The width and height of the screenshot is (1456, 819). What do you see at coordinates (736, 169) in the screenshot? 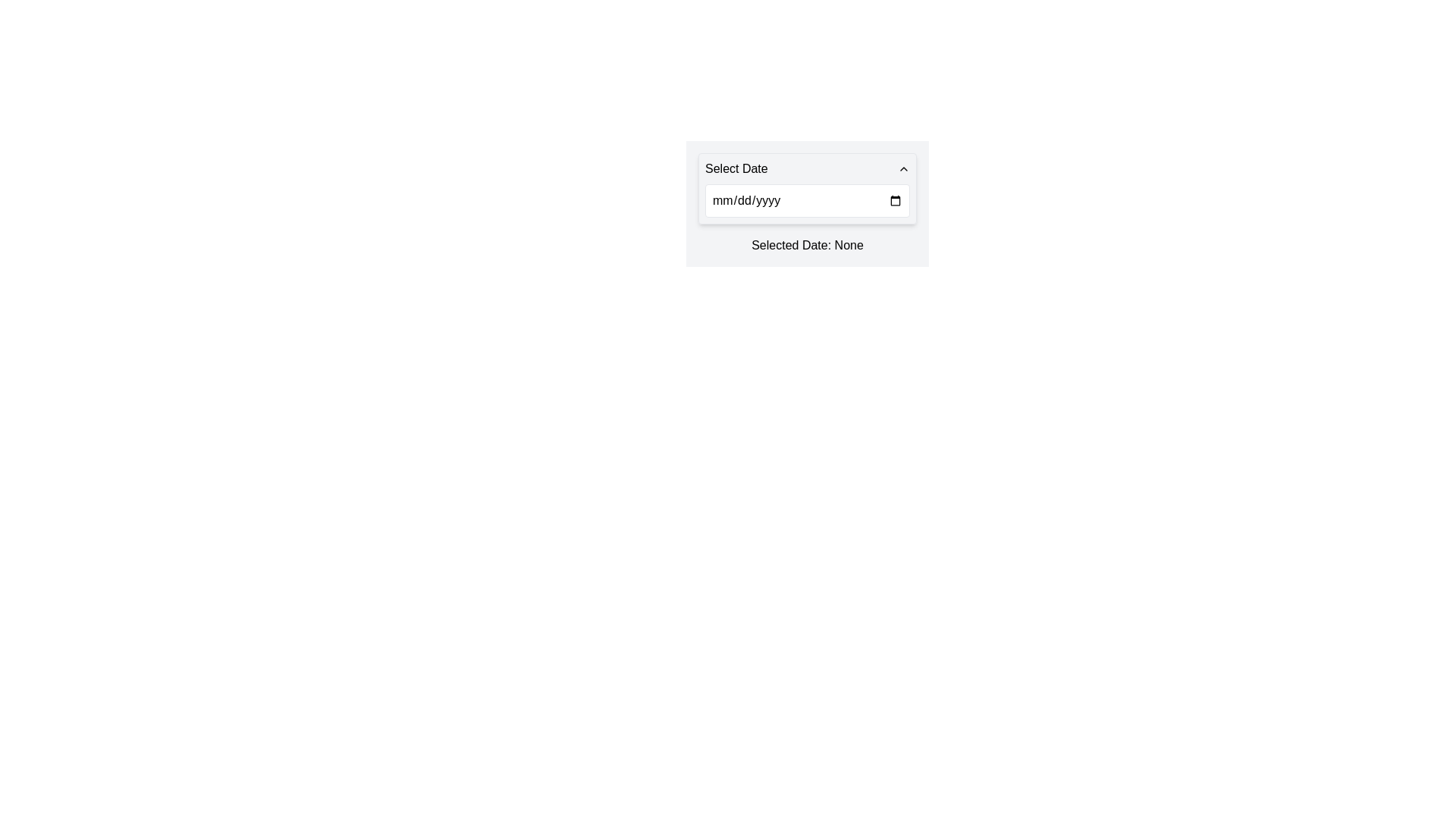
I see `the 'Select Date' text label, which is bold and located at the top-left corner of the date picker component` at bounding box center [736, 169].